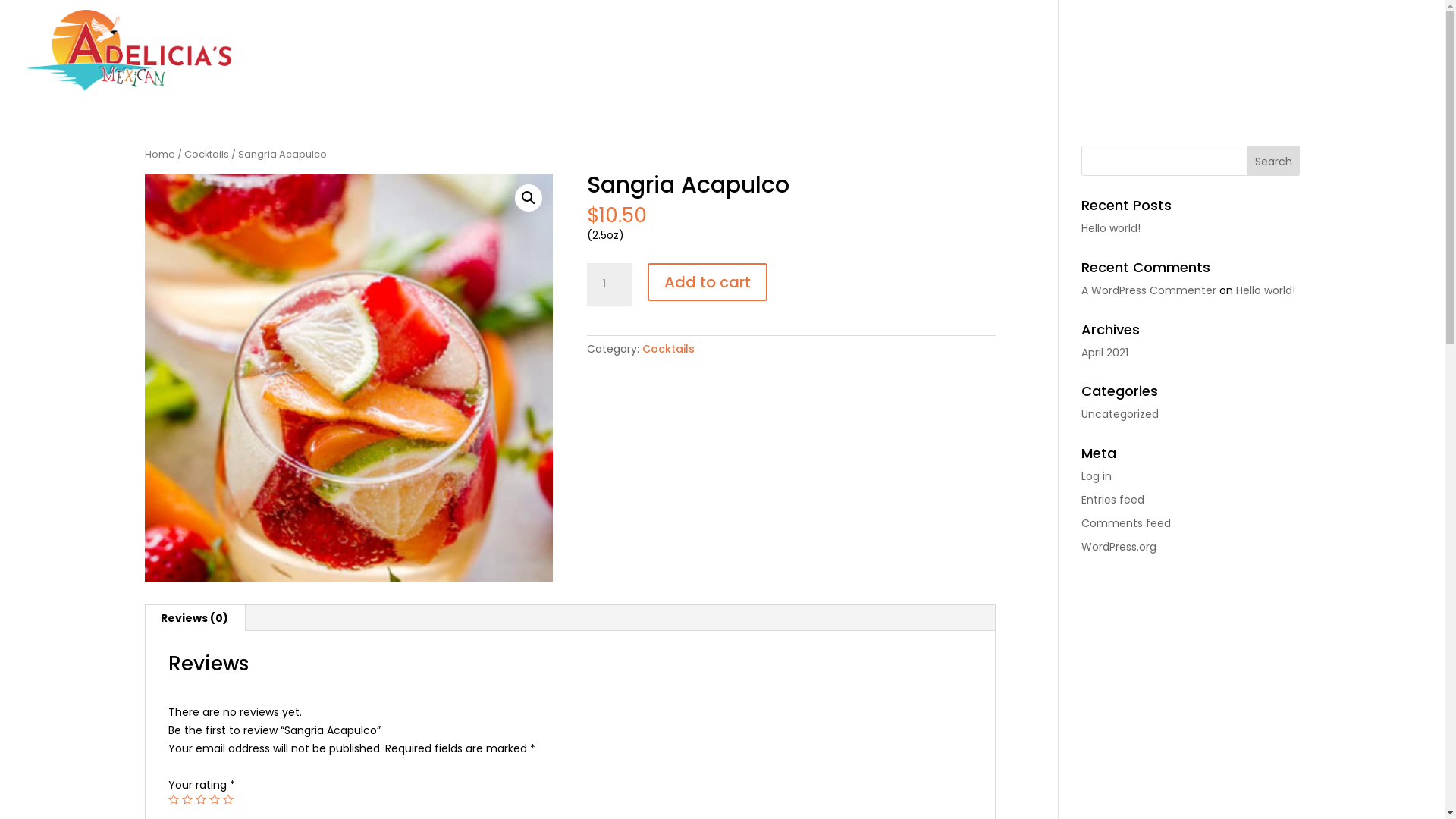 This screenshot has height=819, width=1456. I want to click on 'Search', so click(1273, 161).